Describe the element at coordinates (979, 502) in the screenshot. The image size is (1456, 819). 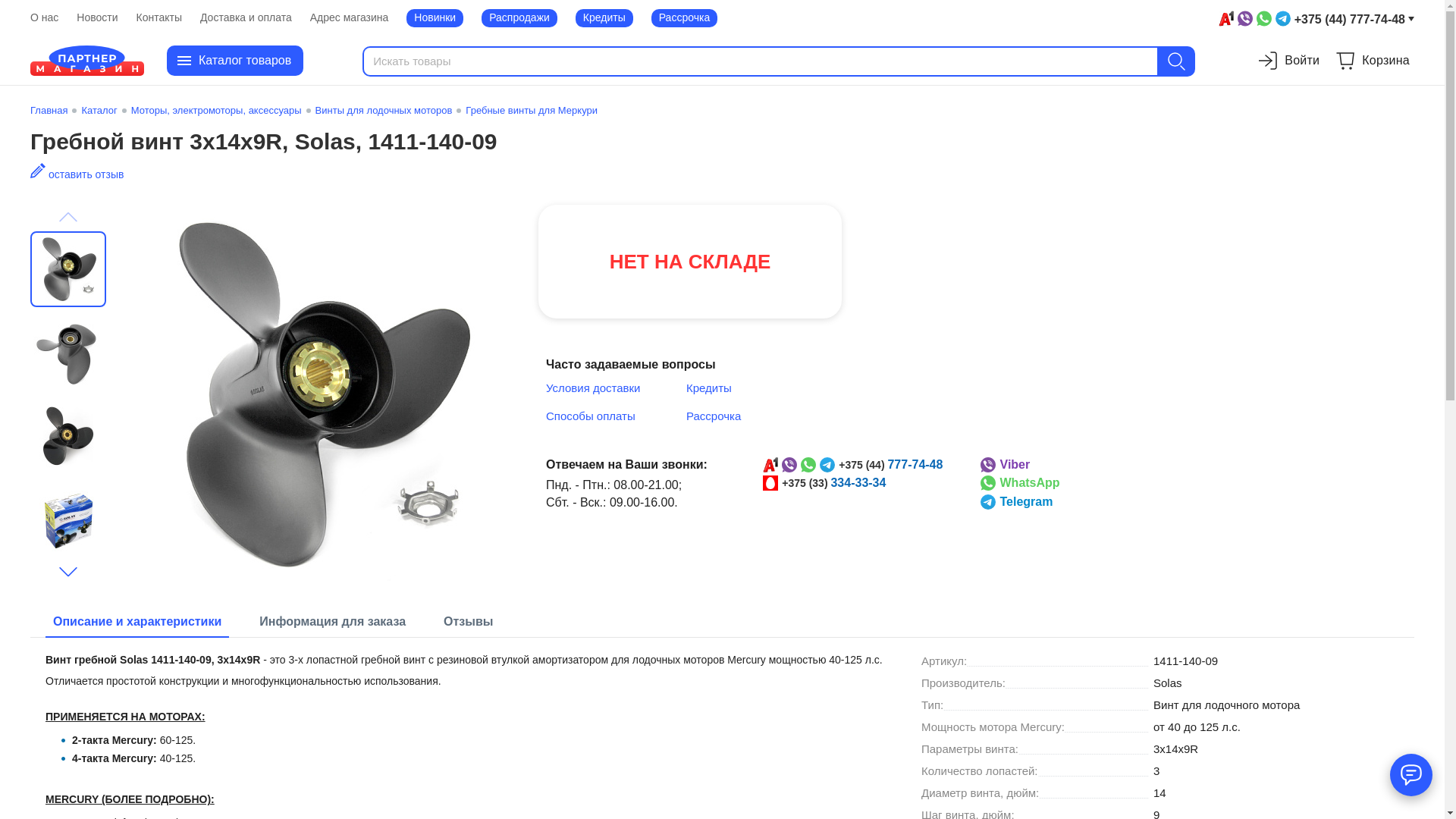
I see `'Telegram'` at that location.